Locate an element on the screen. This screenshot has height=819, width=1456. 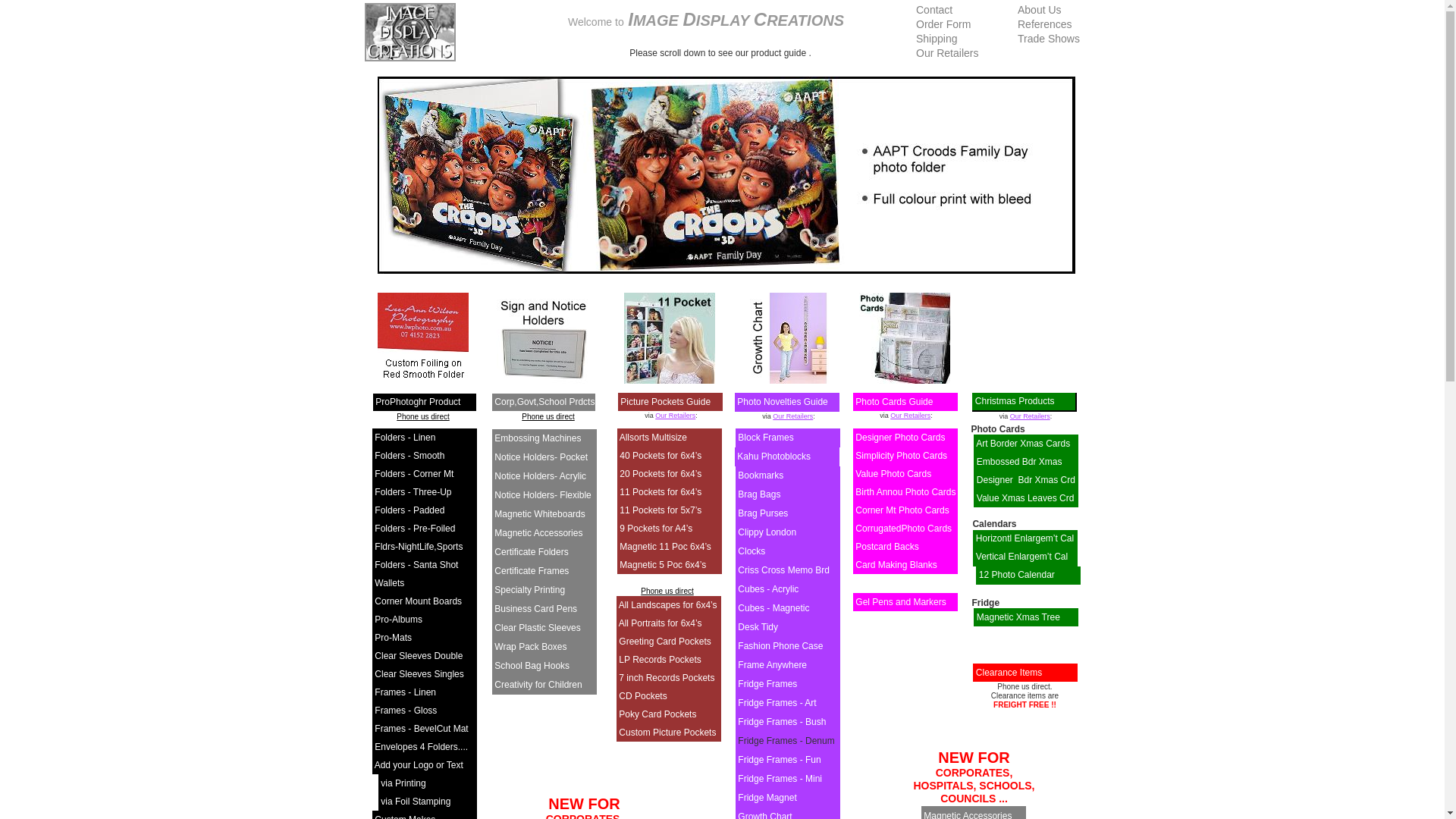
'Bookmarks' is located at coordinates (761, 475).